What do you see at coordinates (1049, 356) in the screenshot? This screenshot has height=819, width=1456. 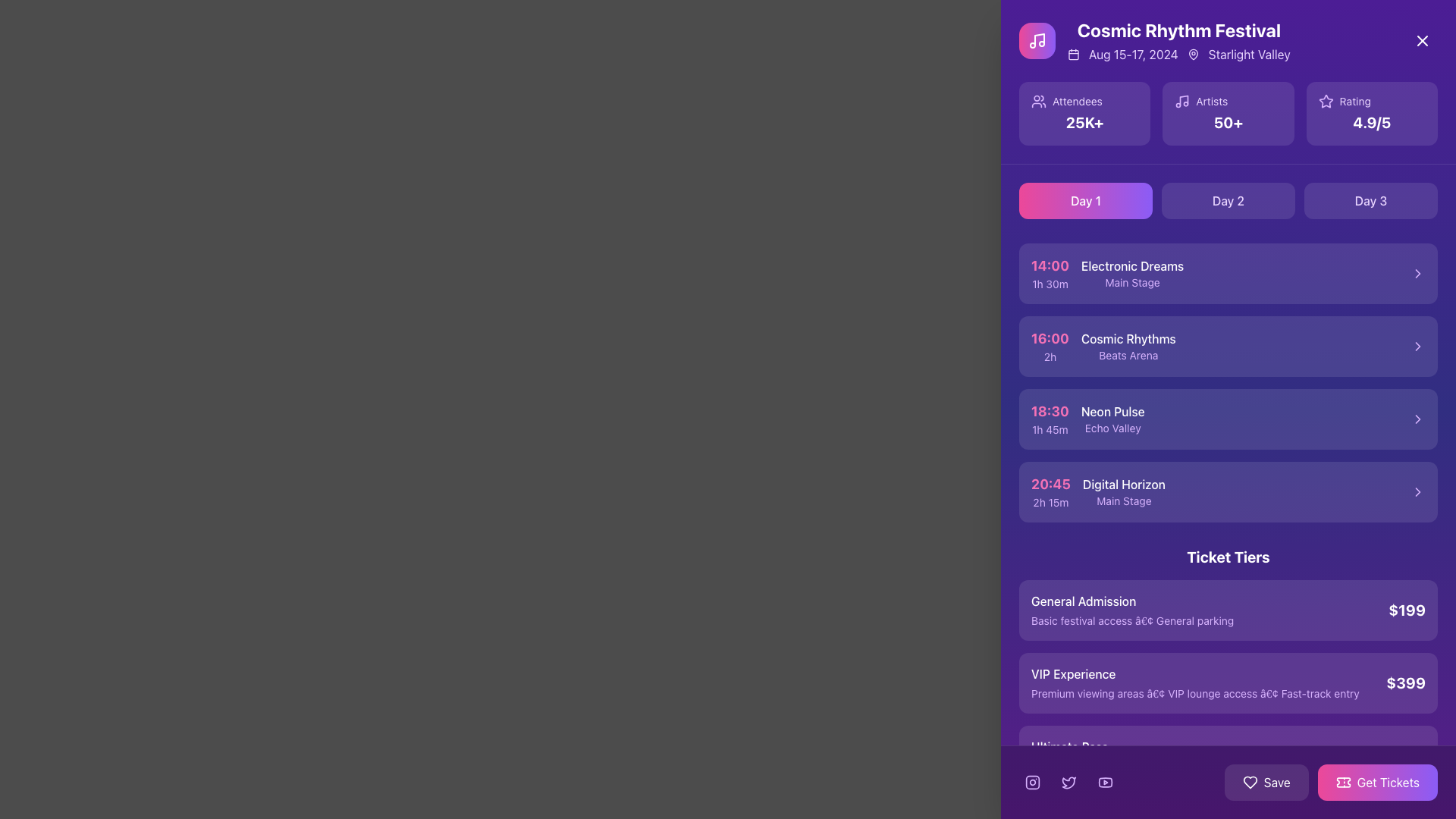 I see `the text display showing '2h', which is located beneath the larger '16:00' text in the event schedule interface for the 'Cosmic Rhythms' event` at bounding box center [1049, 356].